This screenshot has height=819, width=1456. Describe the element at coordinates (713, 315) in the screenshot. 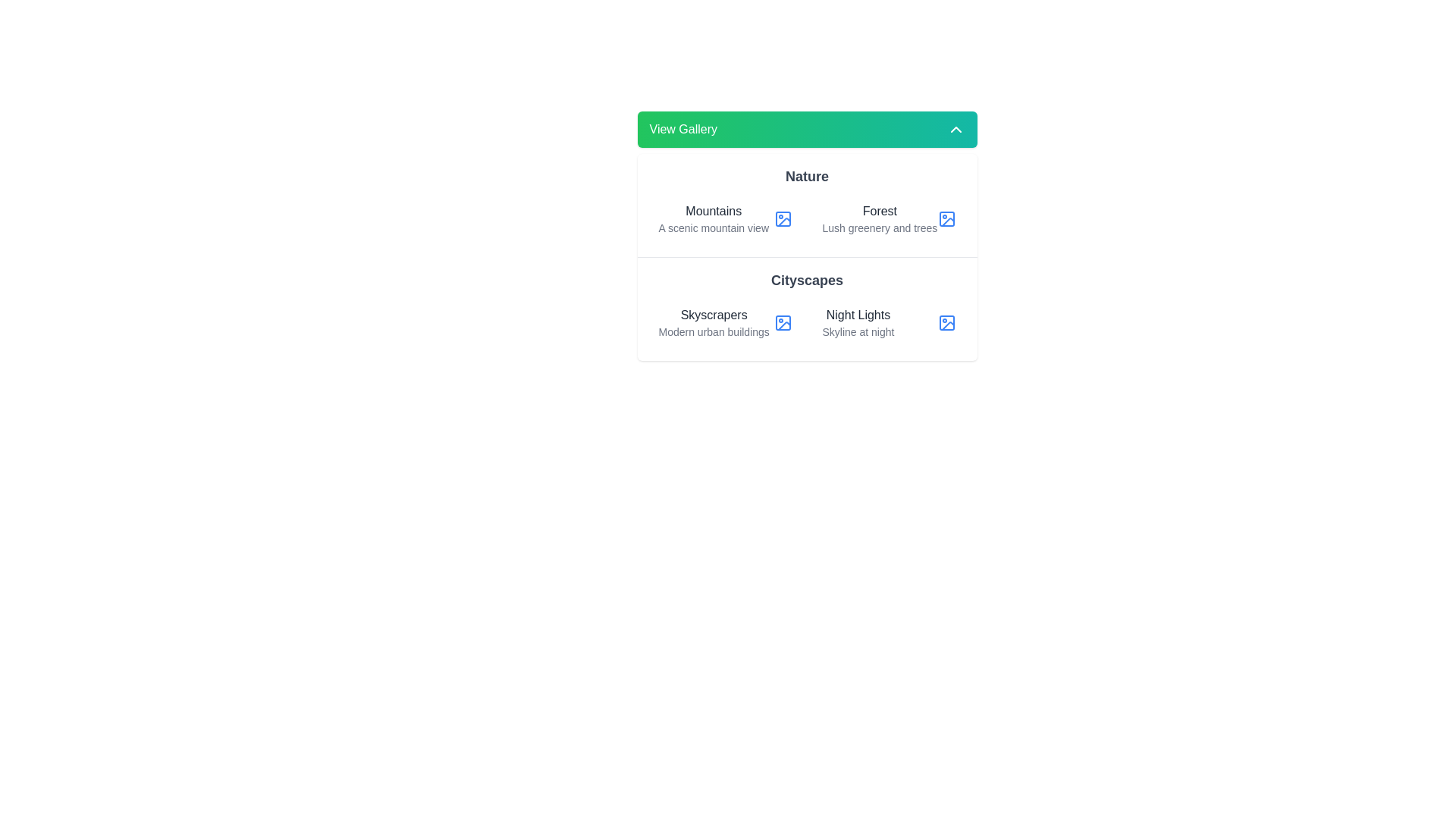

I see `text label displaying 'Skyscrapers' located in the 'Cityscapes' section, aligned to the left of 'Night Lights' and above 'Modern urban buildings'` at that location.